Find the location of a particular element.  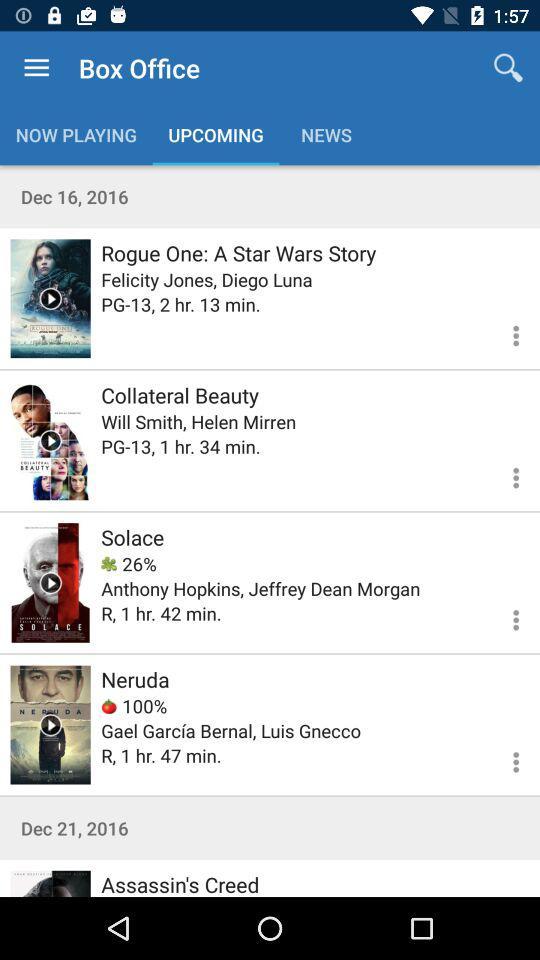

video is located at coordinates (50, 724).